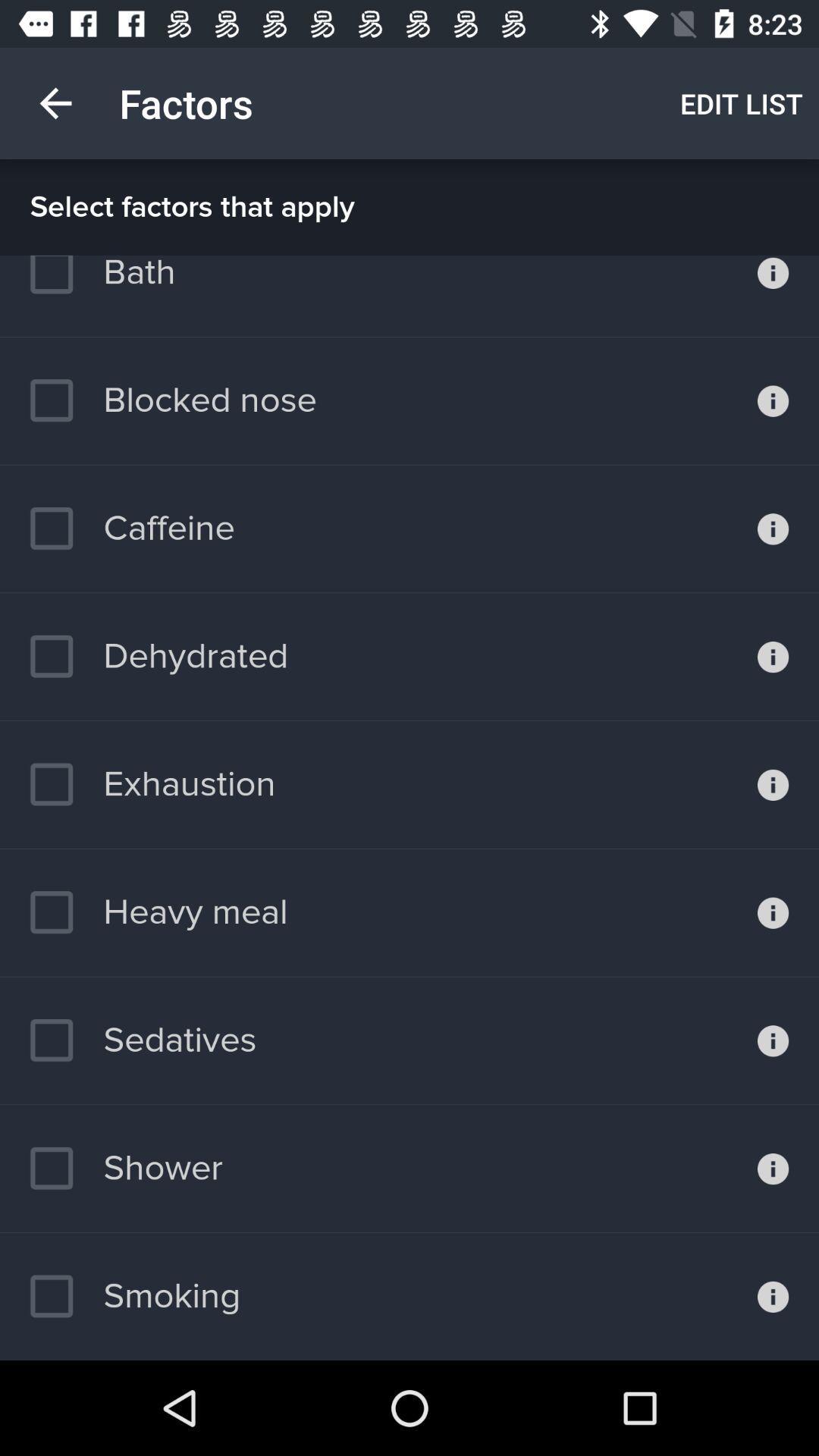  Describe the element at coordinates (773, 657) in the screenshot. I see `information` at that location.